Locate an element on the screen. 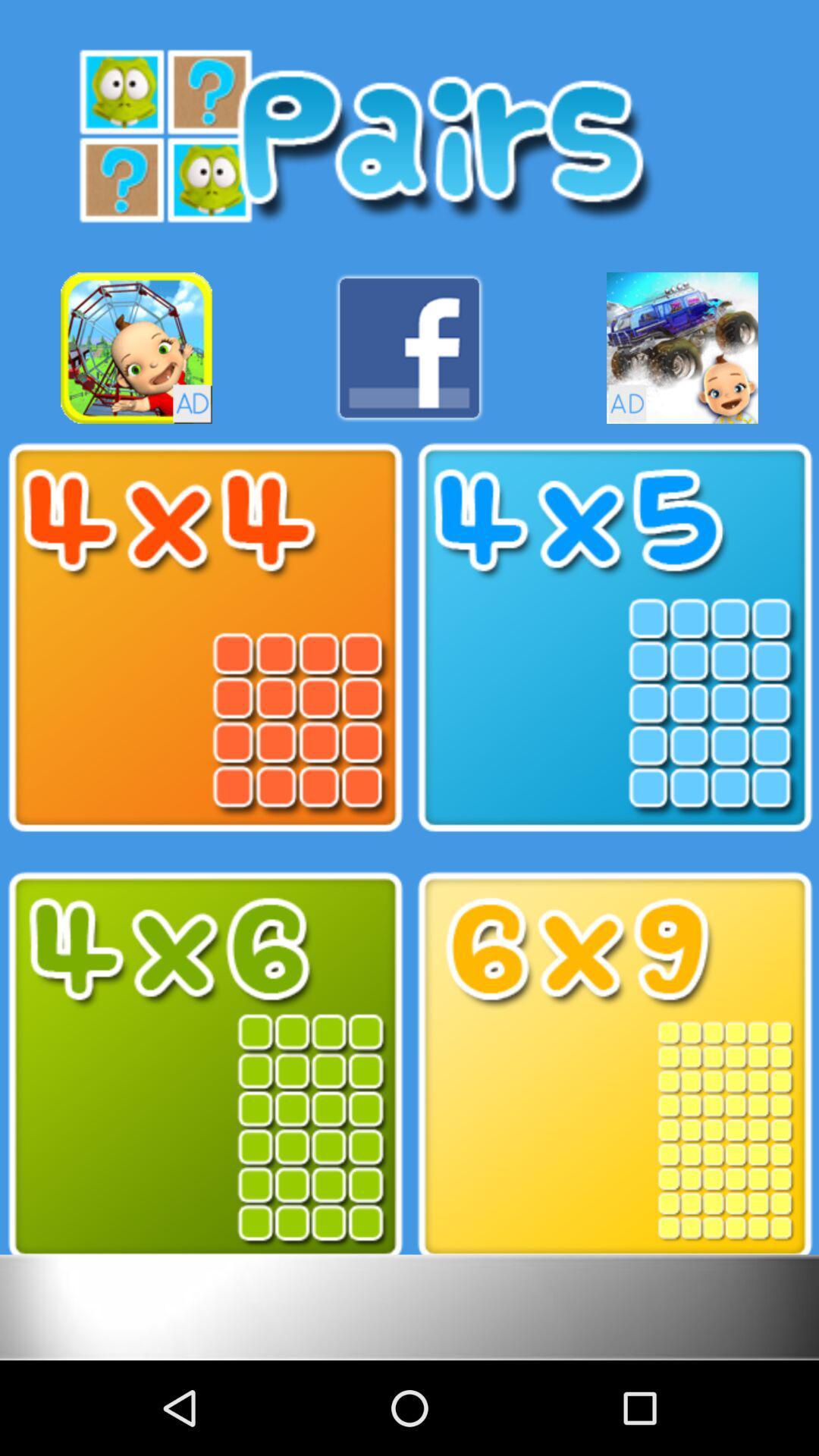  play option is located at coordinates (205, 1065).